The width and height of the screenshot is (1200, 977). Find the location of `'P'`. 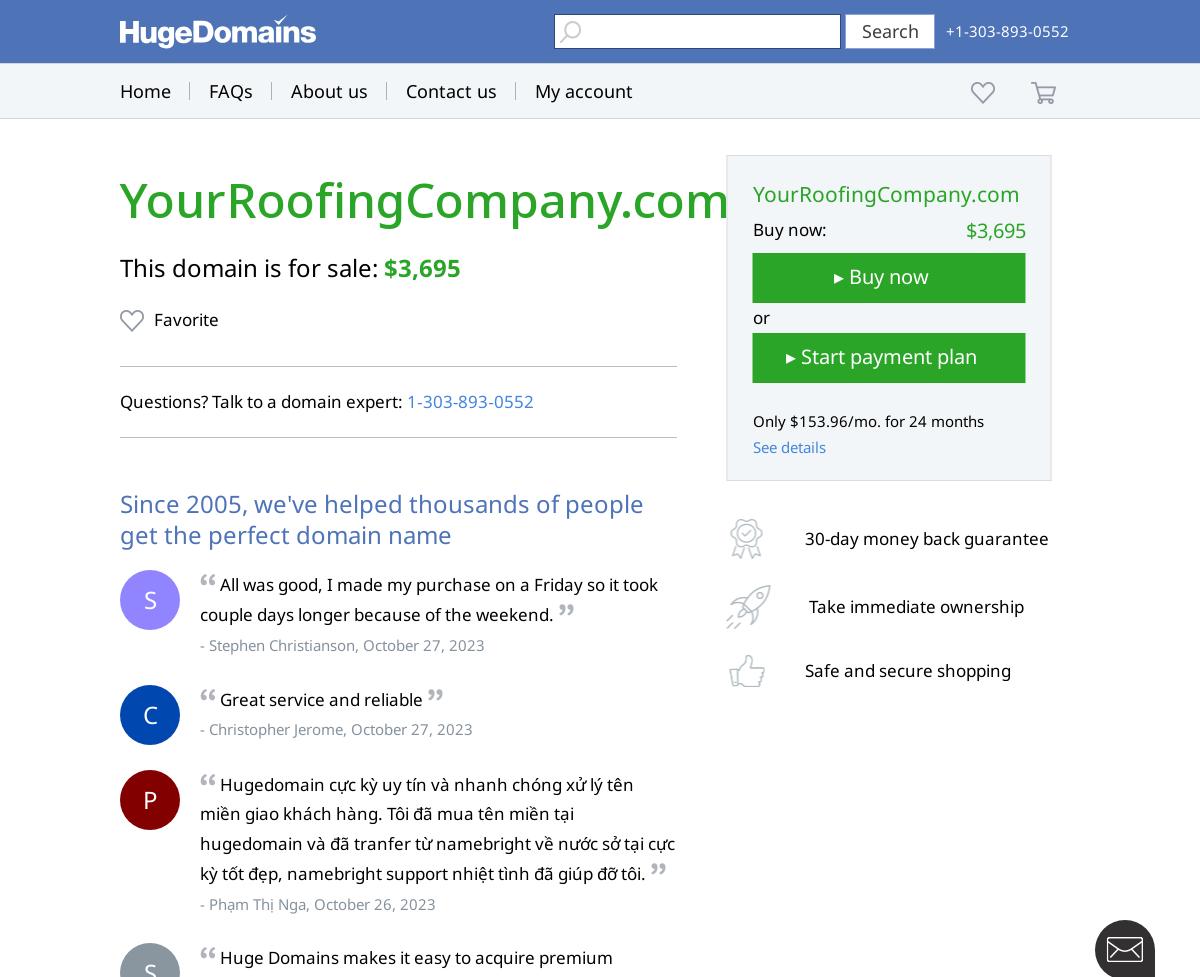

'P' is located at coordinates (149, 798).